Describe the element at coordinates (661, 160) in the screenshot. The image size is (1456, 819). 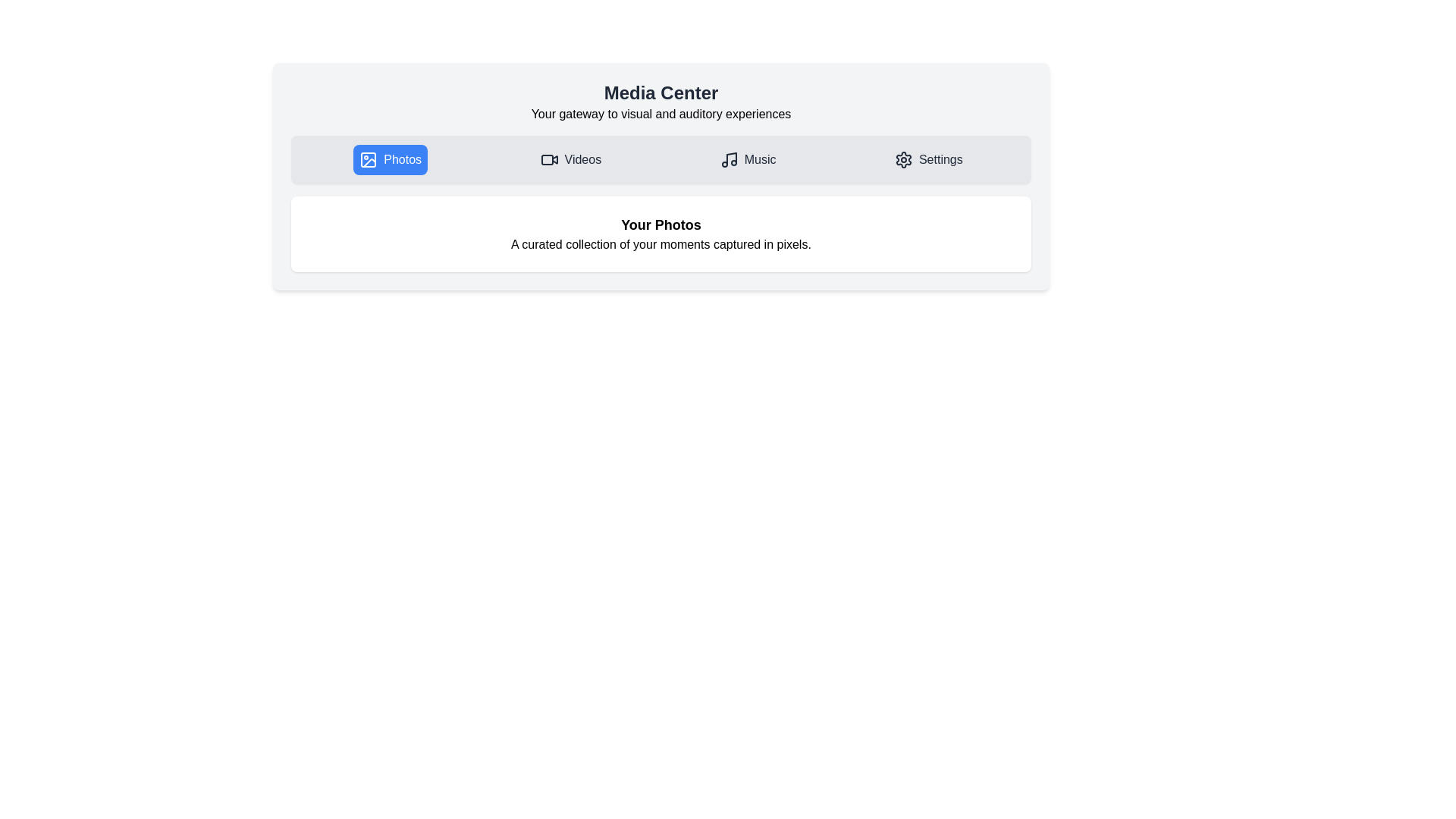
I see `the 'Music' button on the Navigation bar located in the Media Center` at that location.